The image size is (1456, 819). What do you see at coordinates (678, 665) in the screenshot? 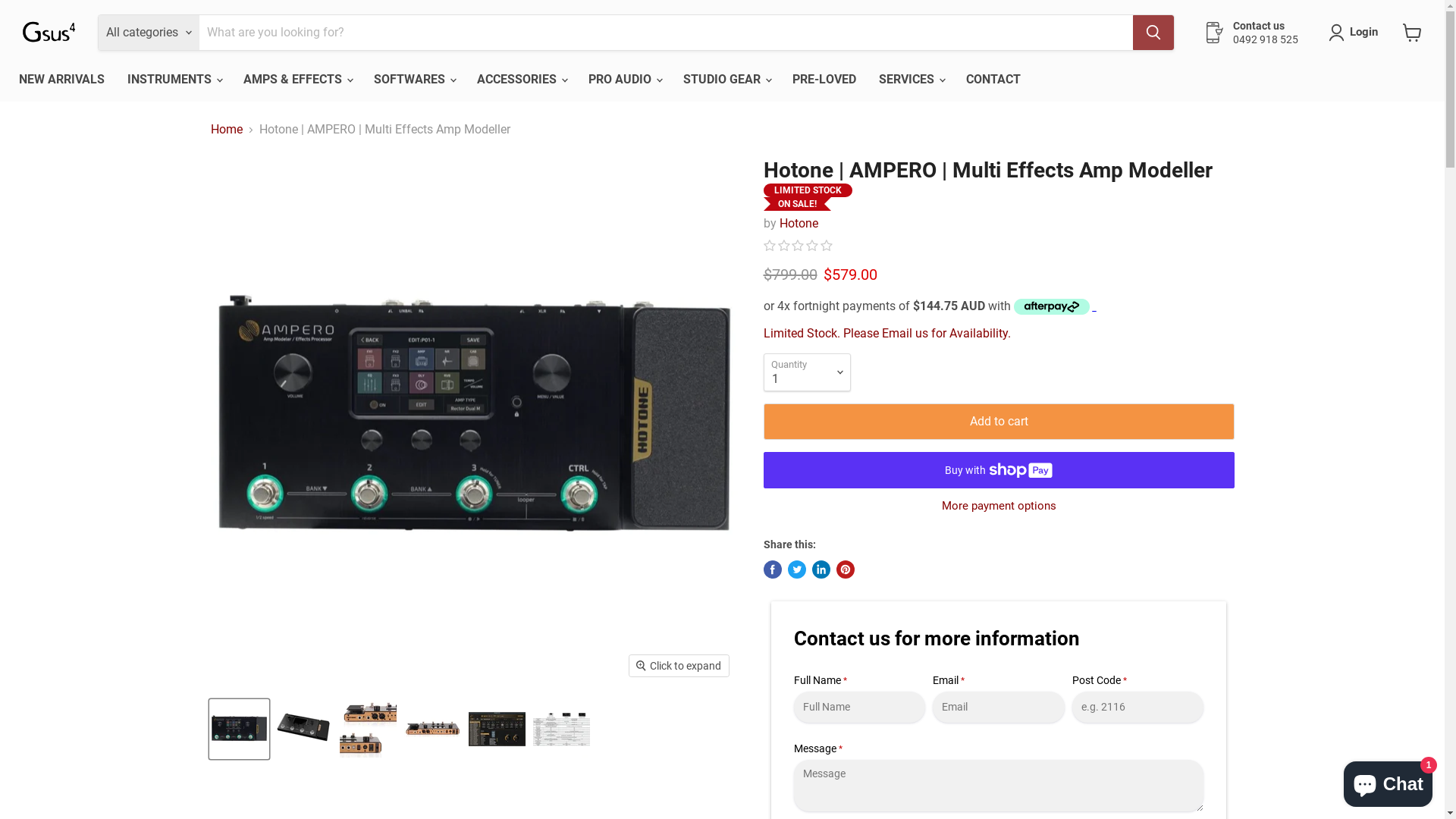
I see `'Click to expand'` at bounding box center [678, 665].